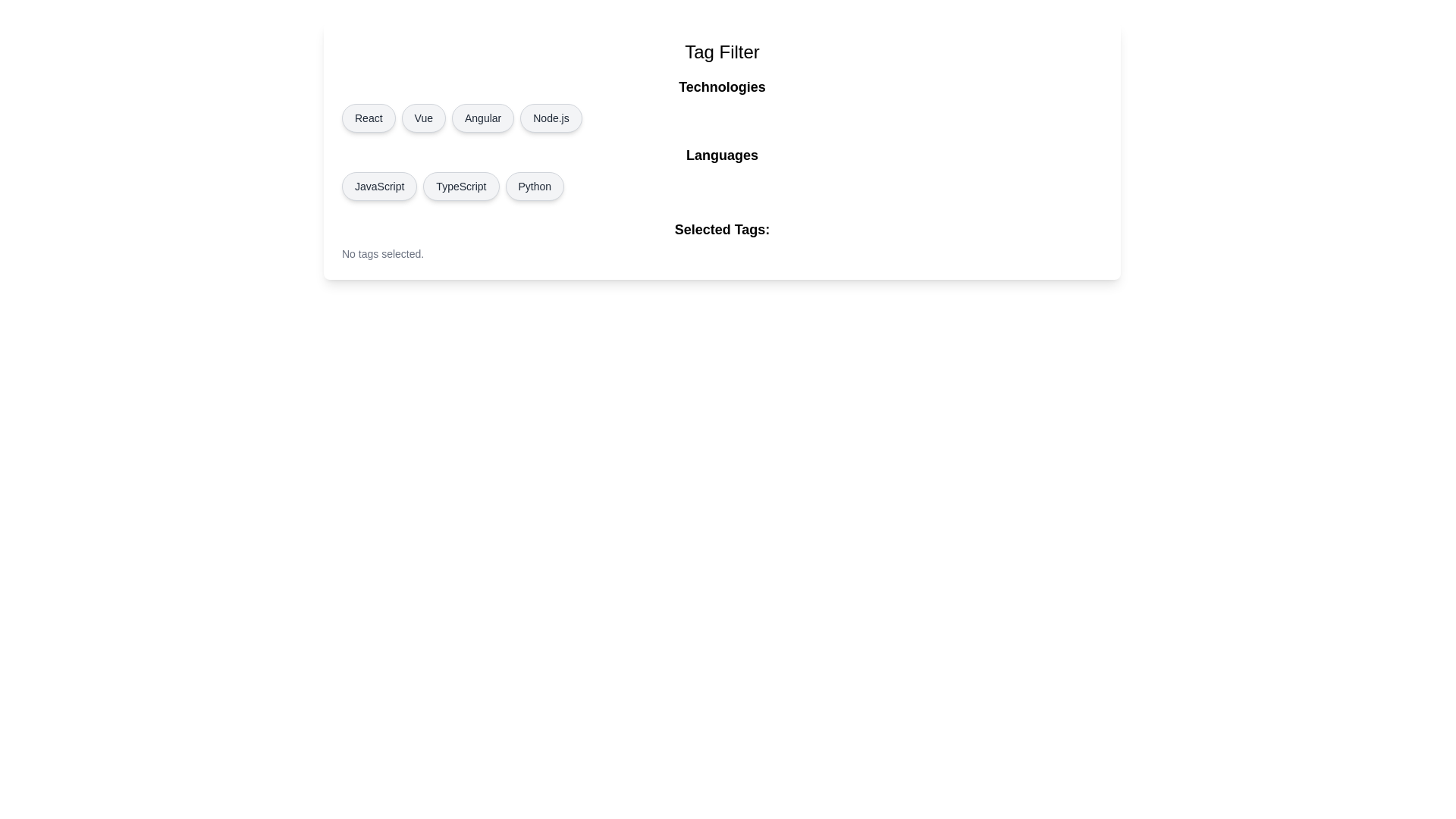 The image size is (1456, 819). I want to click on the rounded rectangular button labeled 'JavaScript', so click(379, 186).